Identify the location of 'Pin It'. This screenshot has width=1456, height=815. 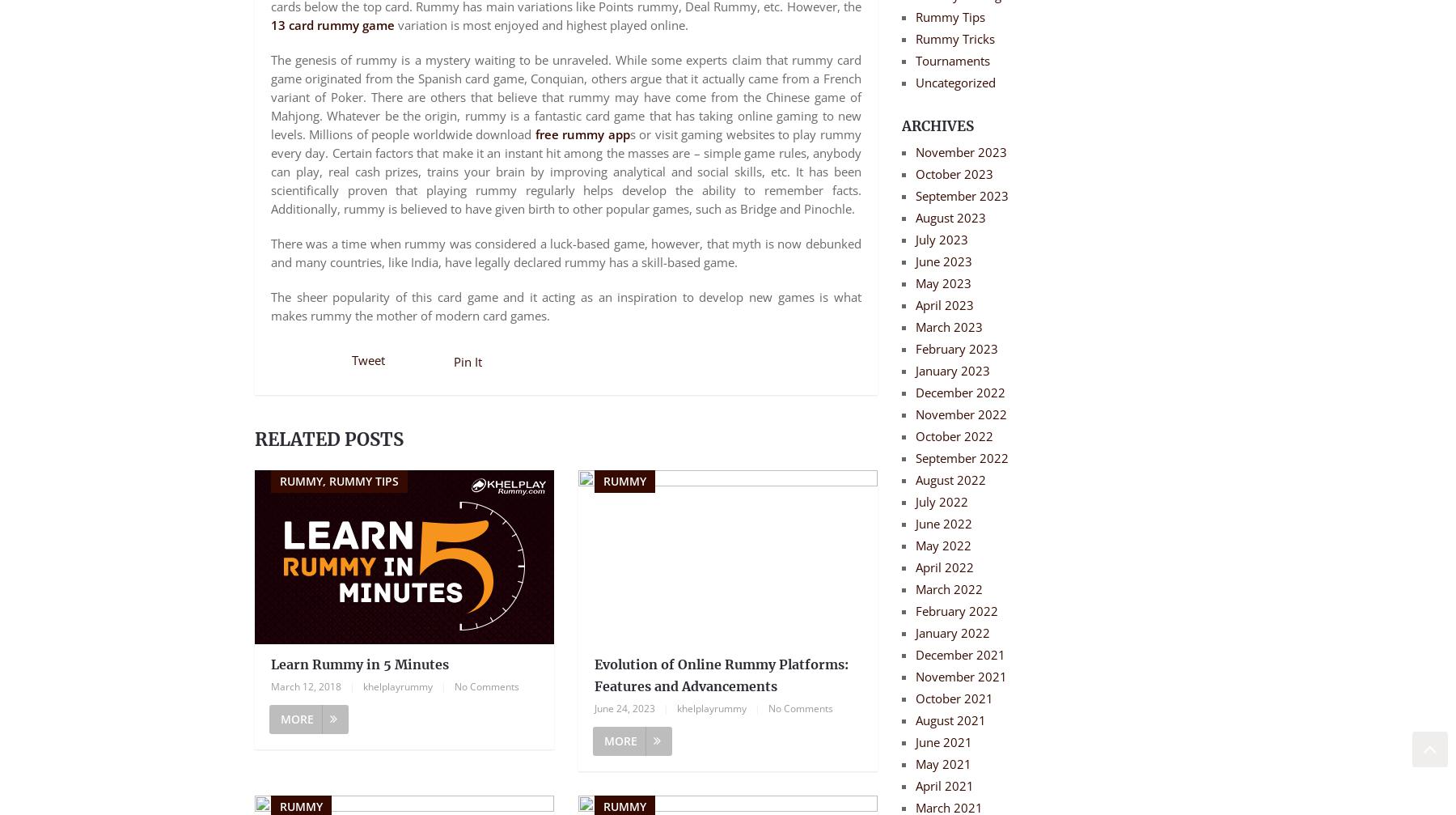
(468, 362).